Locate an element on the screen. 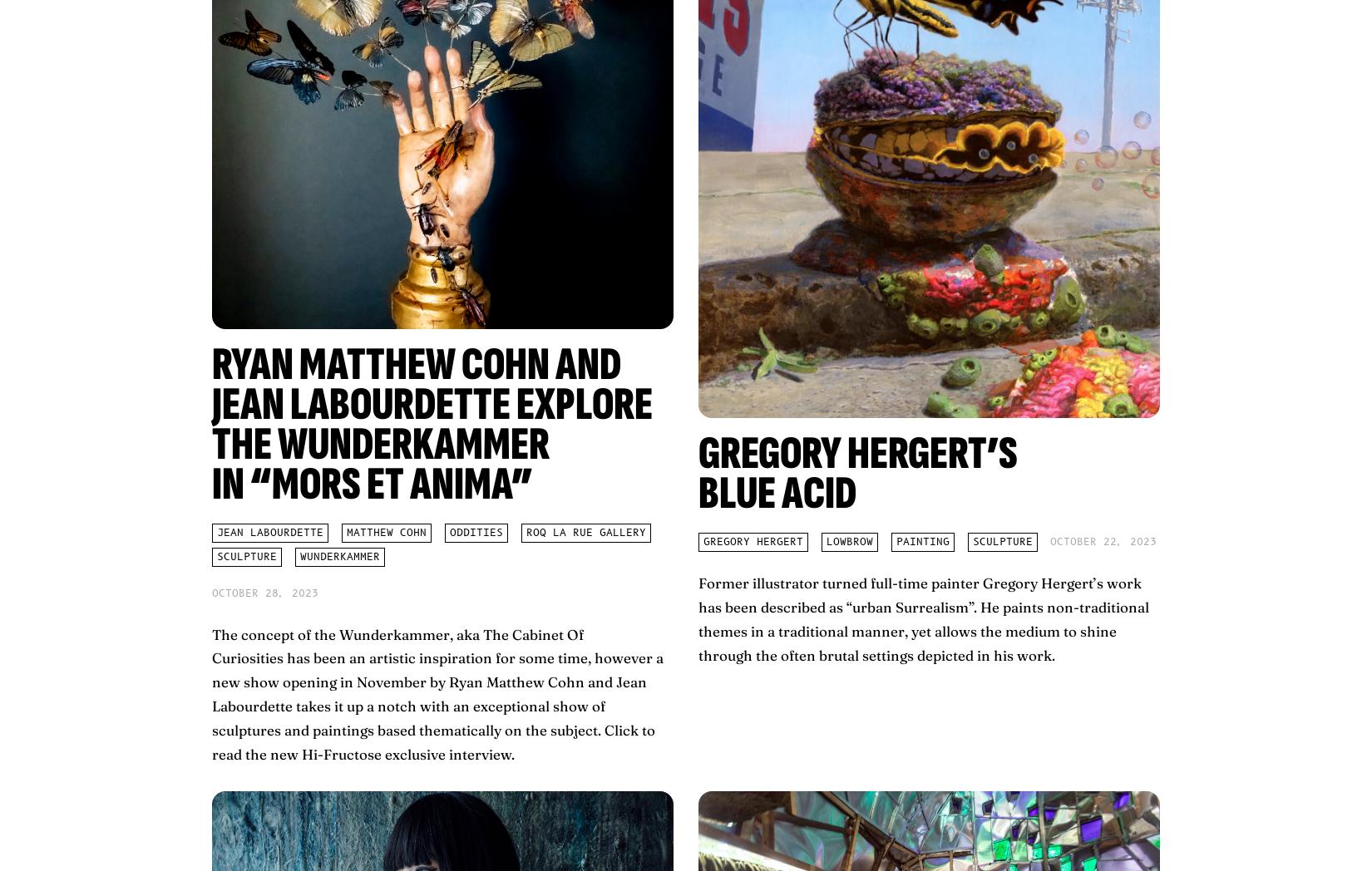  'Matthew Cohn' is located at coordinates (385, 532).